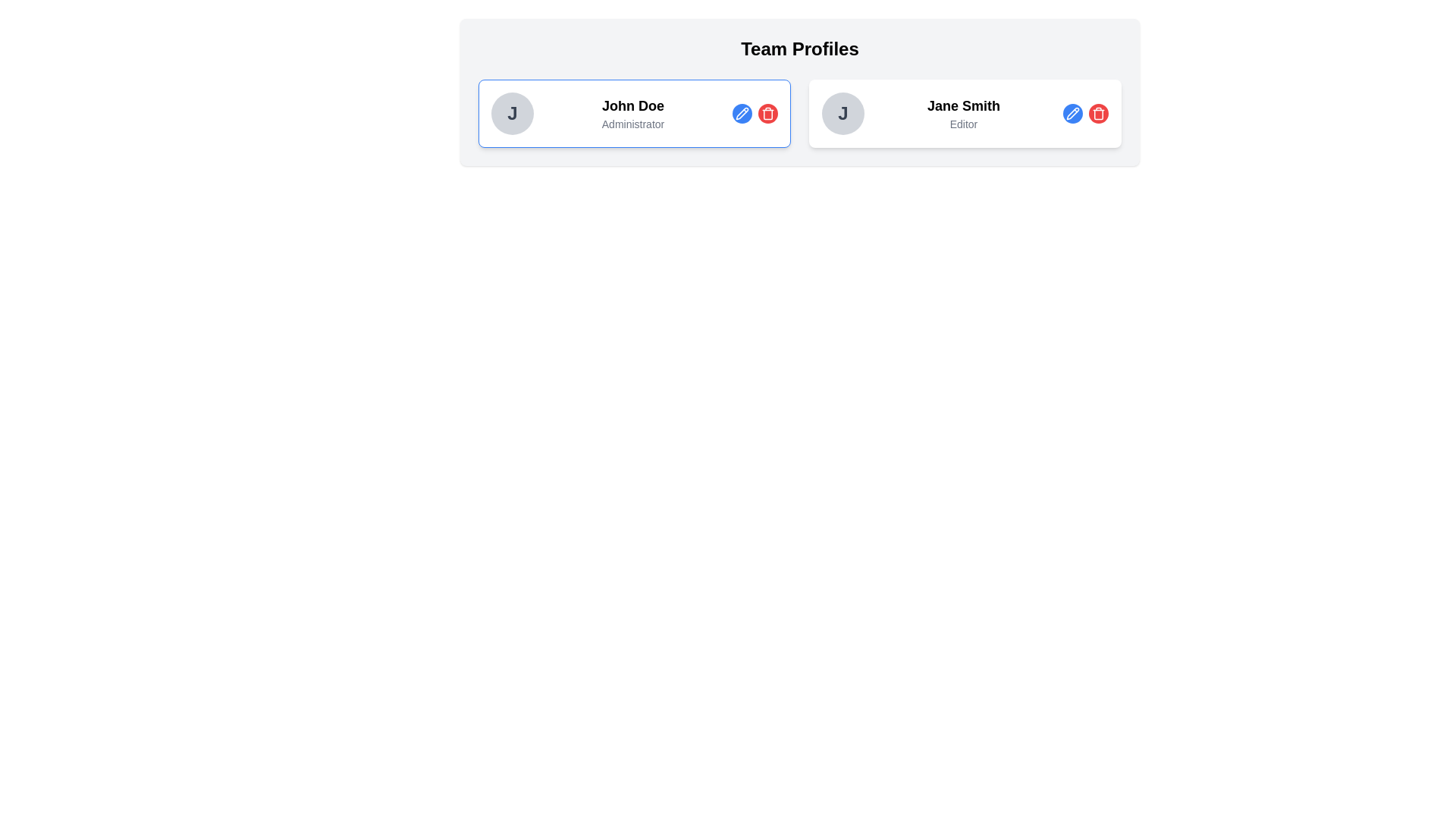 Image resolution: width=1456 pixels, height=819 pixels. What do you see at coordinates (1099, 113) in the screenshot?
I see `the delete button (Icon Button) for the profile 'Jane Smith - Editor' located in the second profile card, positioned at the top-right corner next to a blue pencil icon` at bounding box center [1099, 113].